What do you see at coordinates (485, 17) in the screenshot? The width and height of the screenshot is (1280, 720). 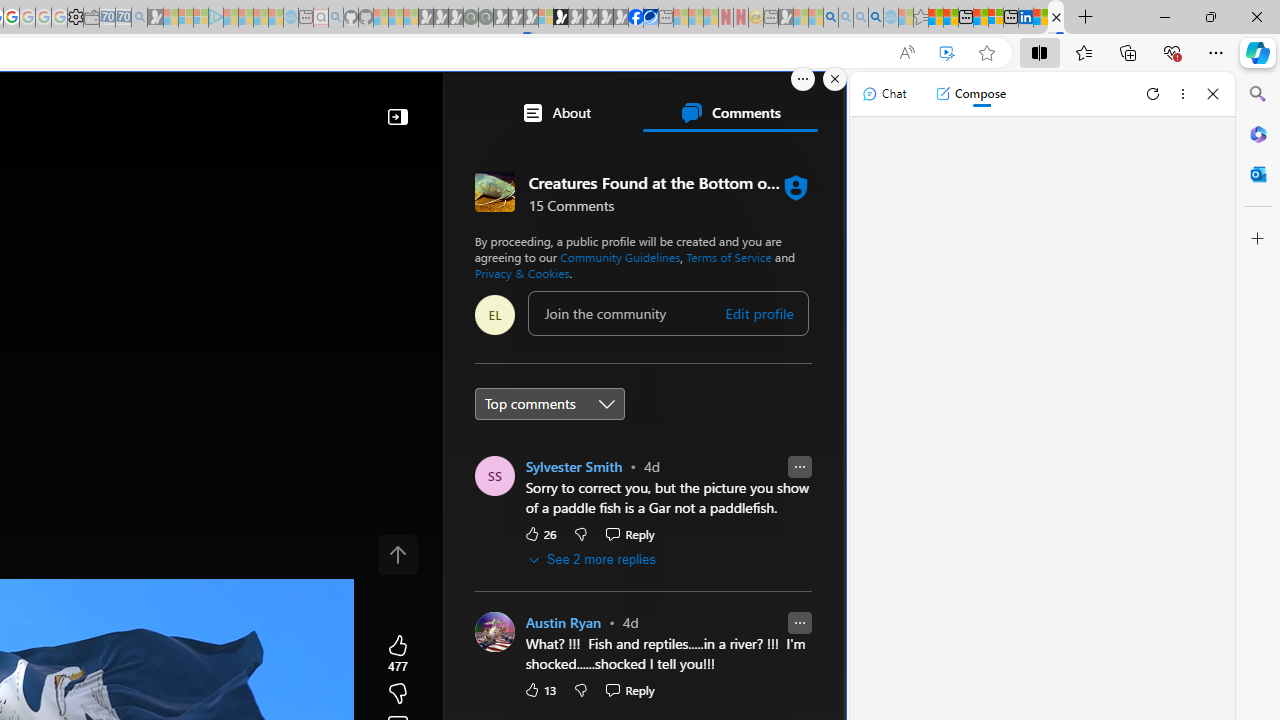 I see `'Future Focus Report 2024 - Sleeping'` at bounding box center [485, 17].